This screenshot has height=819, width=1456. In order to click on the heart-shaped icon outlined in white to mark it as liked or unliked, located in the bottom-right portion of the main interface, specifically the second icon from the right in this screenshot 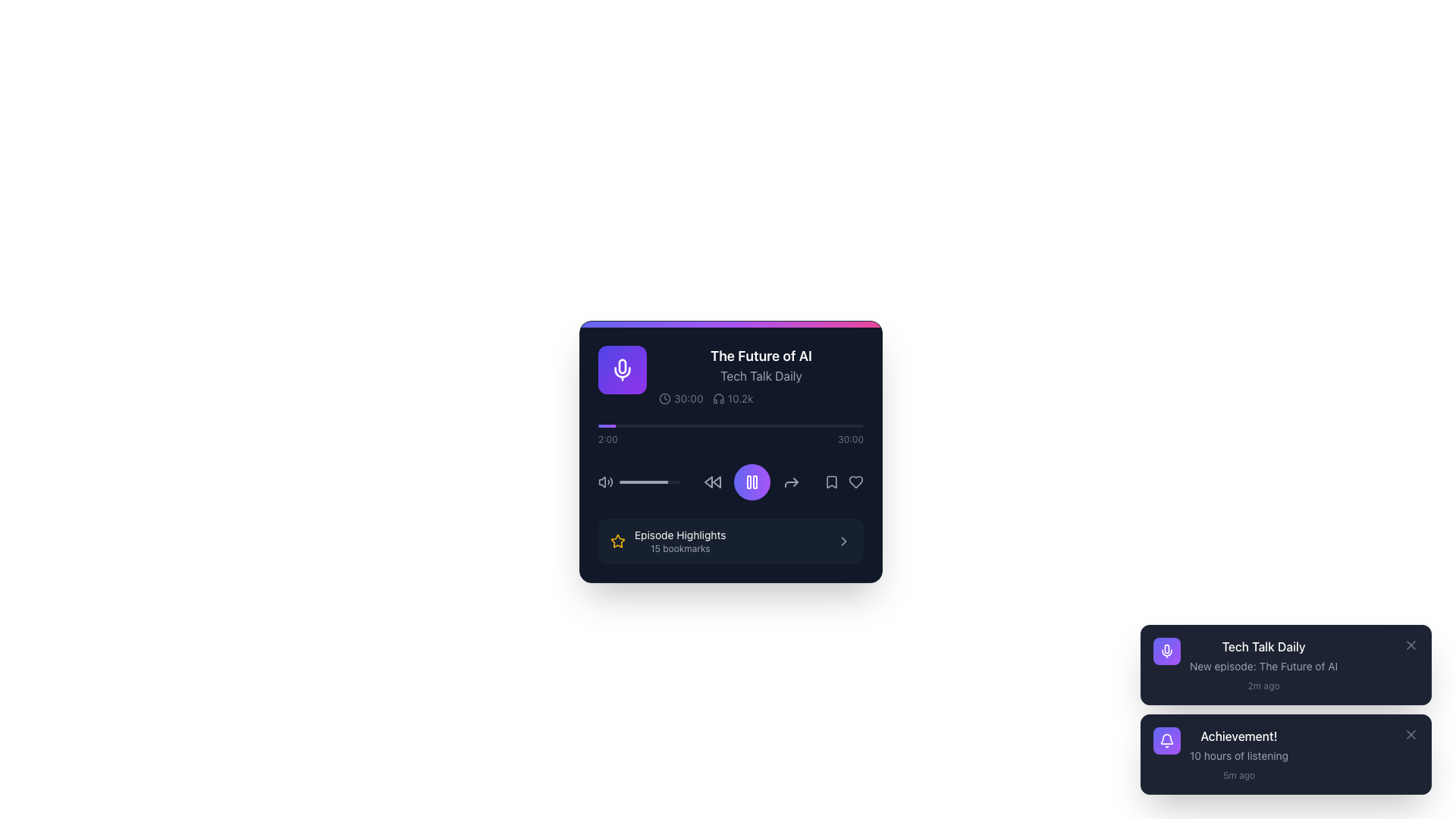, I will do `click(855, 482)`.